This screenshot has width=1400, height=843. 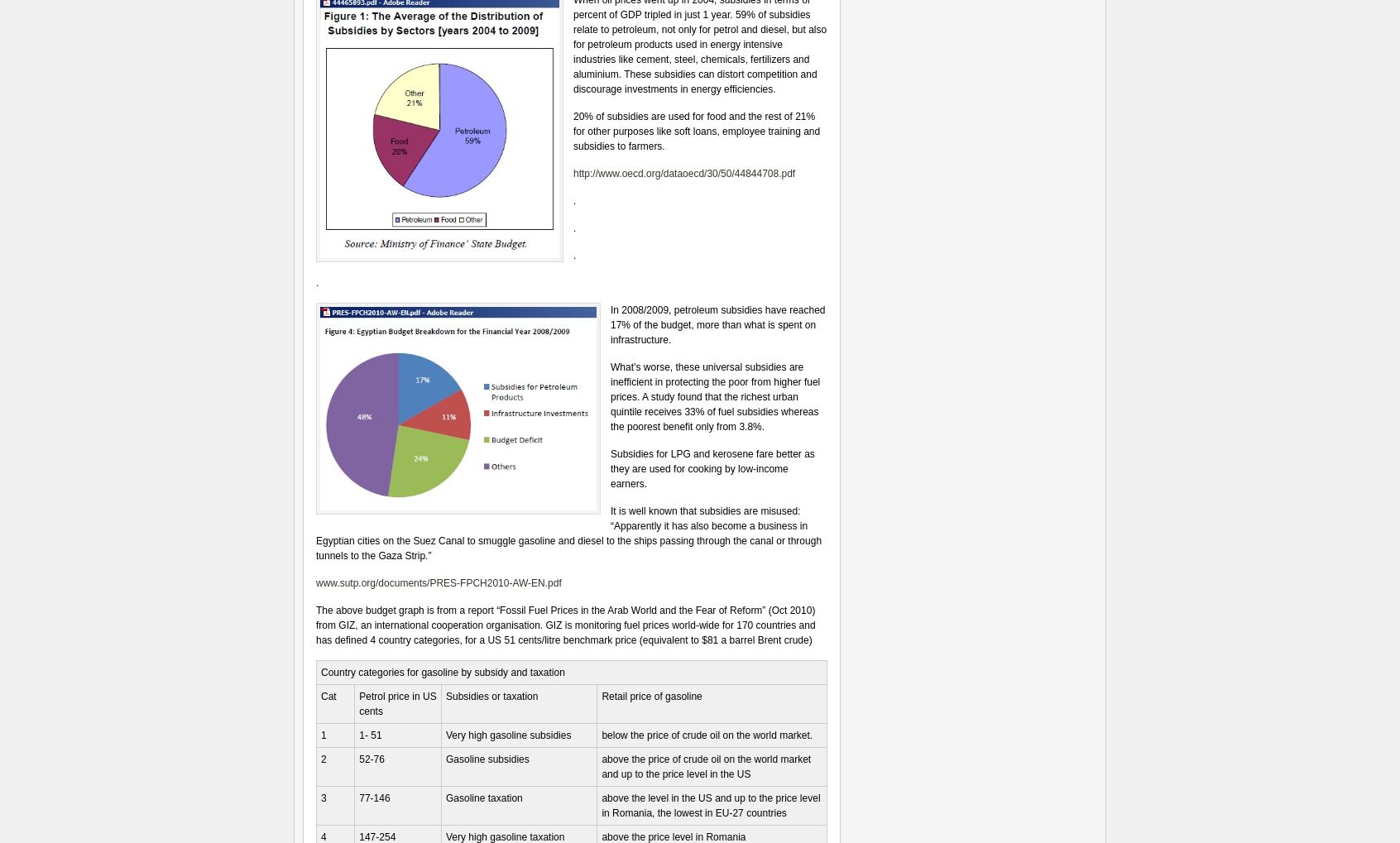 What do you see at coordinates (651, 695) in the screenshot?
I see `'Retail price of gasoline'` at bounding box center [651, 695].